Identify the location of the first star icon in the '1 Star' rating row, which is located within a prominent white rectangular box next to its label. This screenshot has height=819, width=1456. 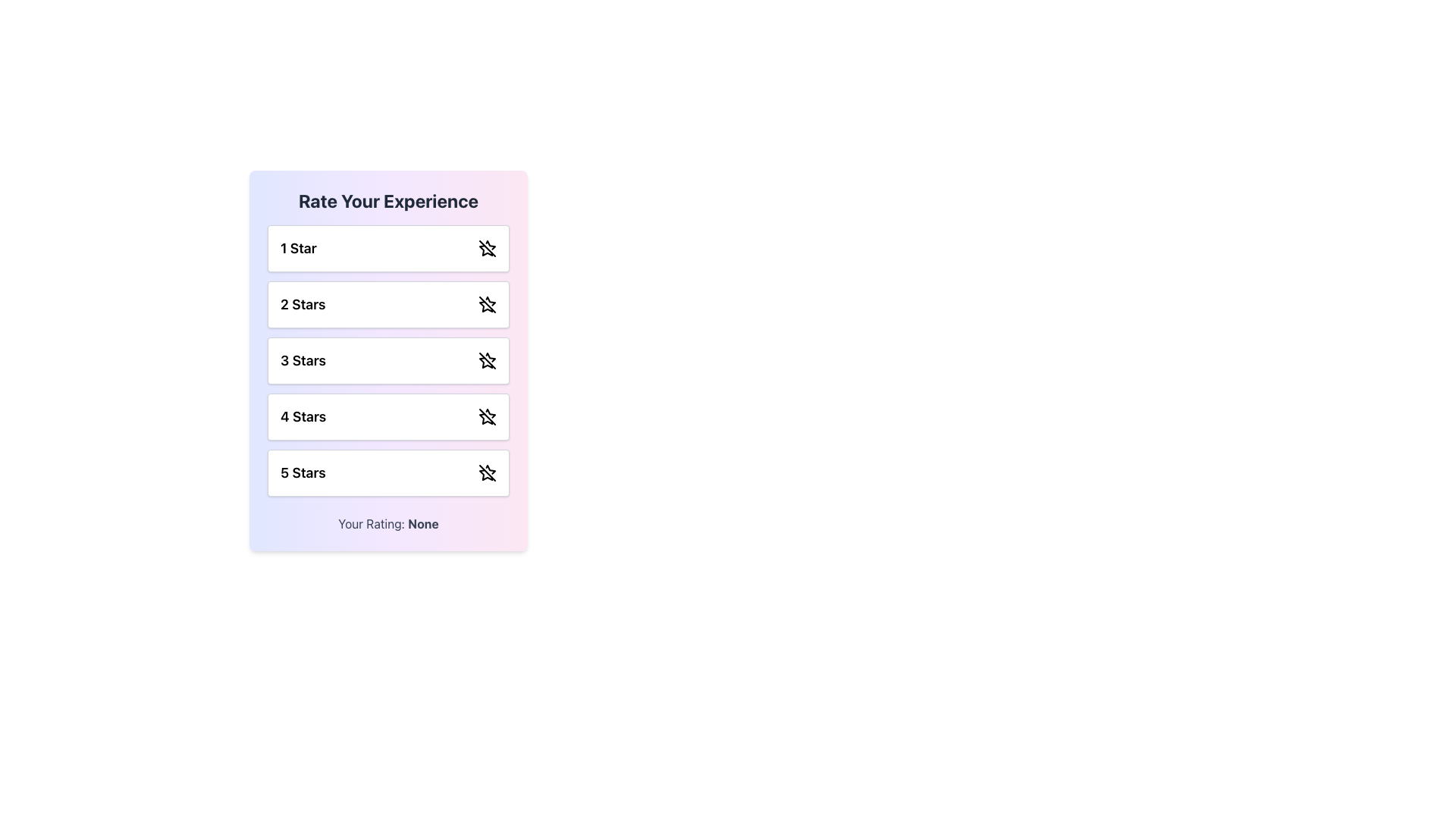
(486, 249).